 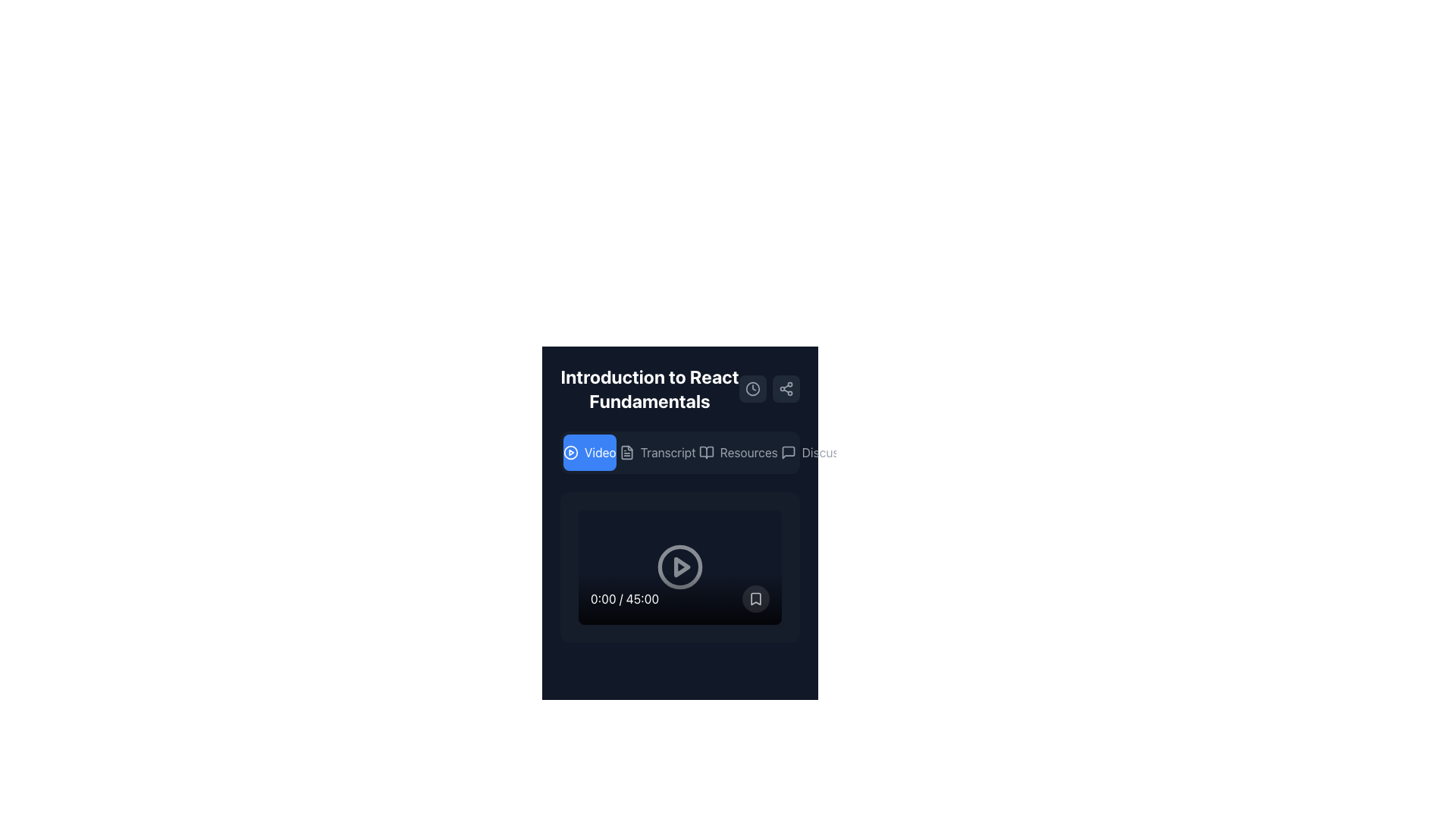 What do you see at coordinates (599, 452) in the screenshot?
I see `the 'Video' text label within the button interface` at bounding box center [599, 452].